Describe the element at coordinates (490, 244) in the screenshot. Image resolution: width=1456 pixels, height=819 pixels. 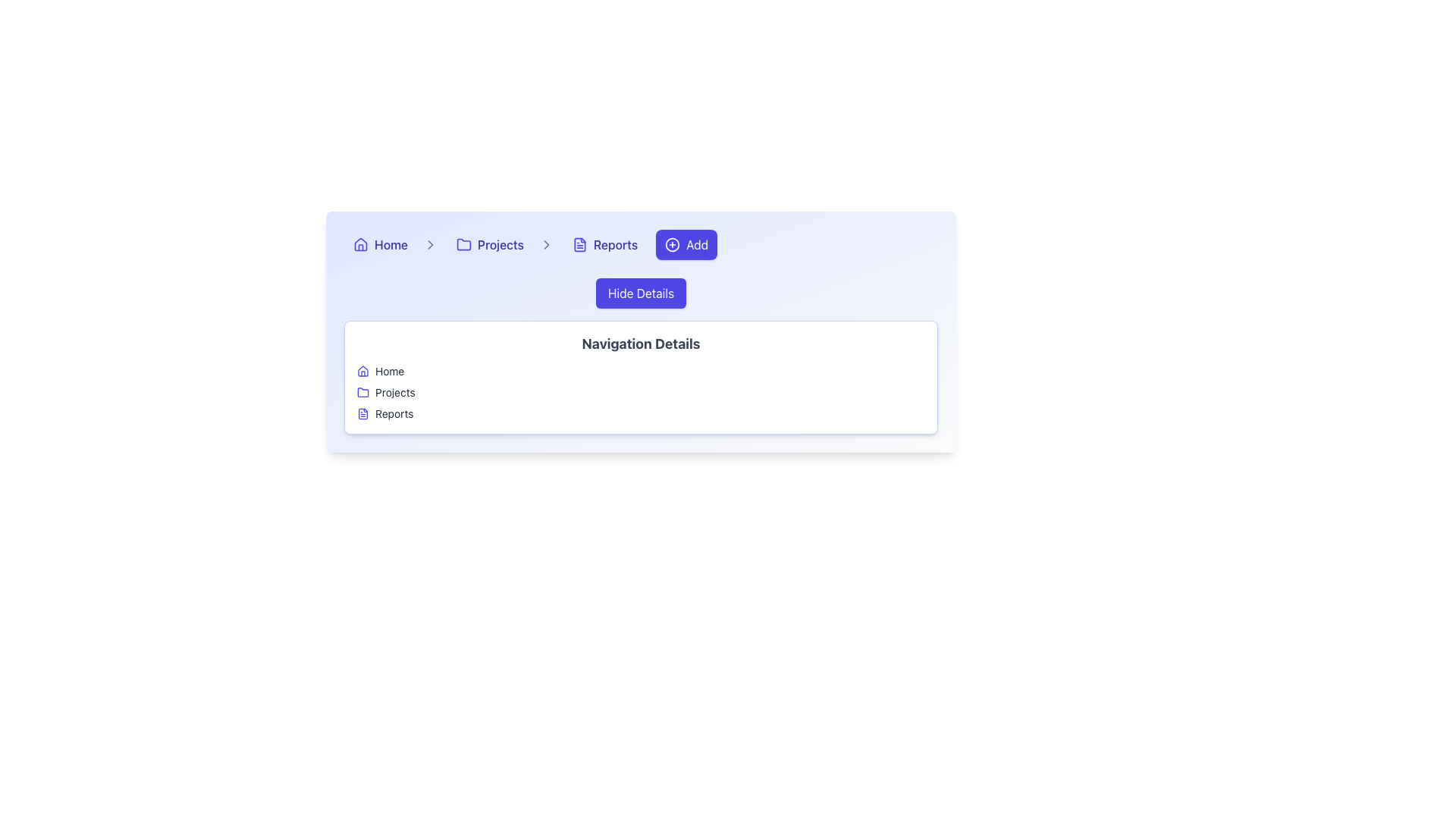
I see `the 'Projects' clickable text label with a folder icon in the breadcrumb navigation bar` at that location.